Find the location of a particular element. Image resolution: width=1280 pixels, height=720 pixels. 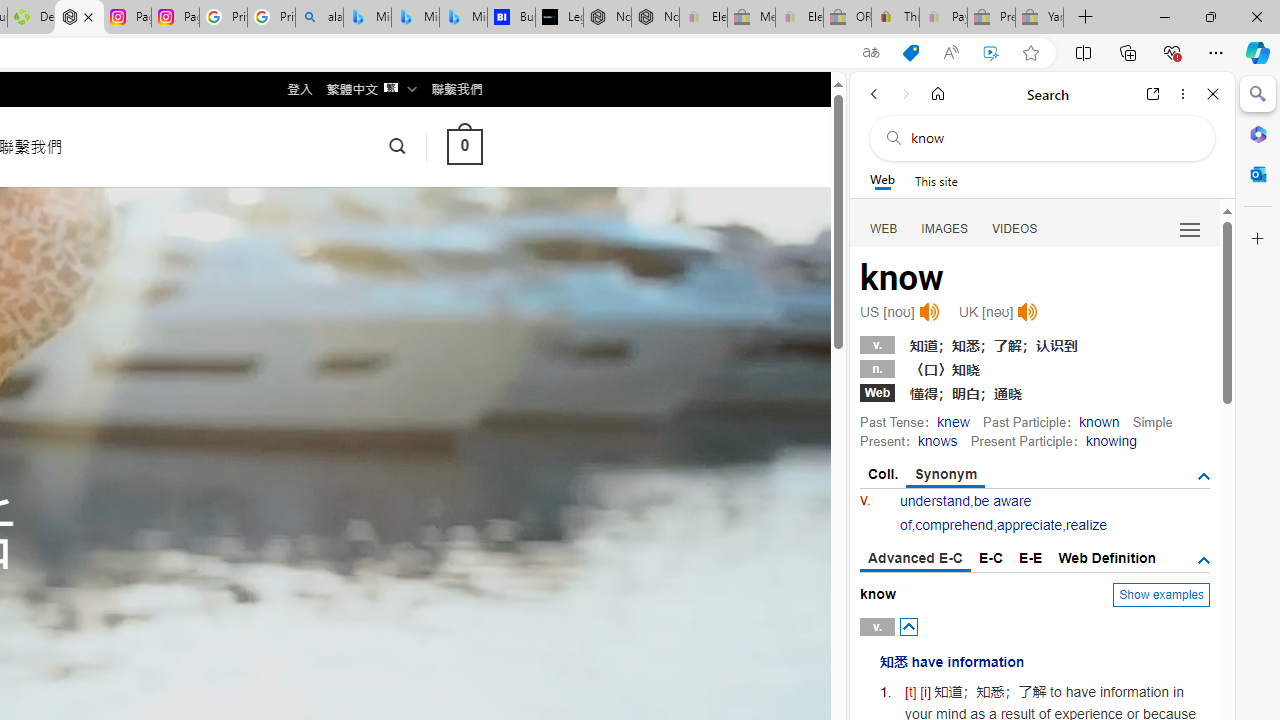

'realize' is located at coordinates (1085, 524).